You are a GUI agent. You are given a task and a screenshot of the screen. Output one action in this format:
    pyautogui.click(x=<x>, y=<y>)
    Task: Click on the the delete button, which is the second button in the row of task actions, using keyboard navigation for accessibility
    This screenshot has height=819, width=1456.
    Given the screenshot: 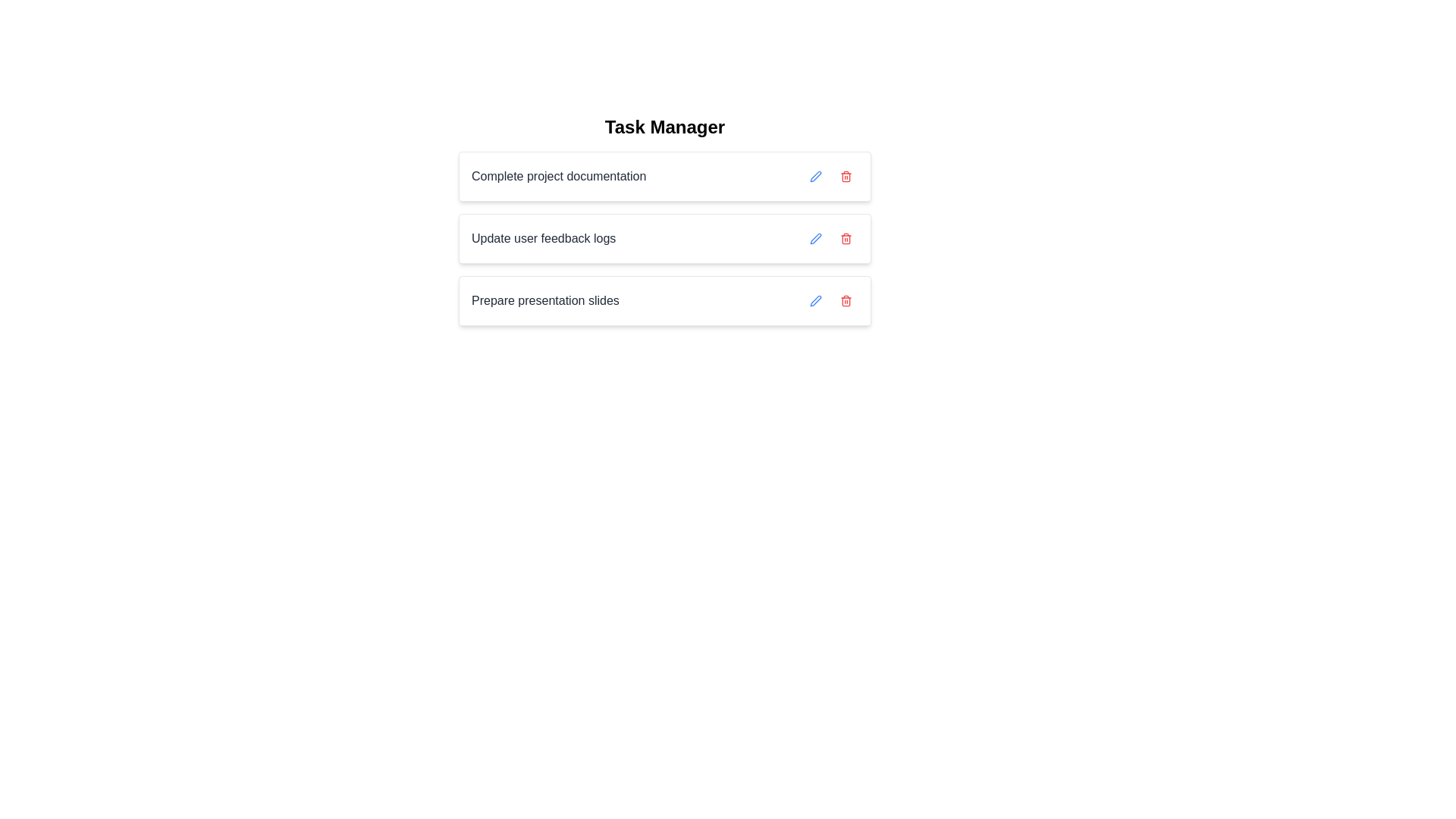 What is the action you would take?
    pyautogui.click(x=846, y=175)
    